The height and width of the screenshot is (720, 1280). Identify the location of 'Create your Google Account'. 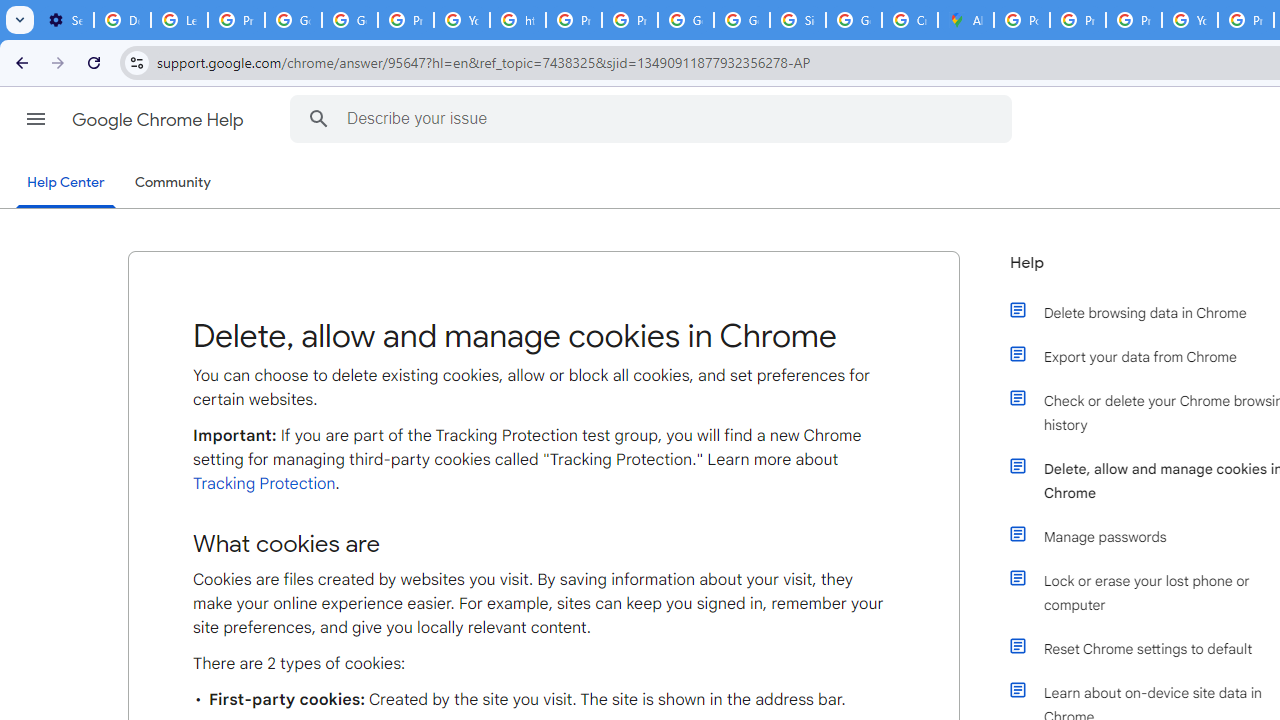
(909, 20).